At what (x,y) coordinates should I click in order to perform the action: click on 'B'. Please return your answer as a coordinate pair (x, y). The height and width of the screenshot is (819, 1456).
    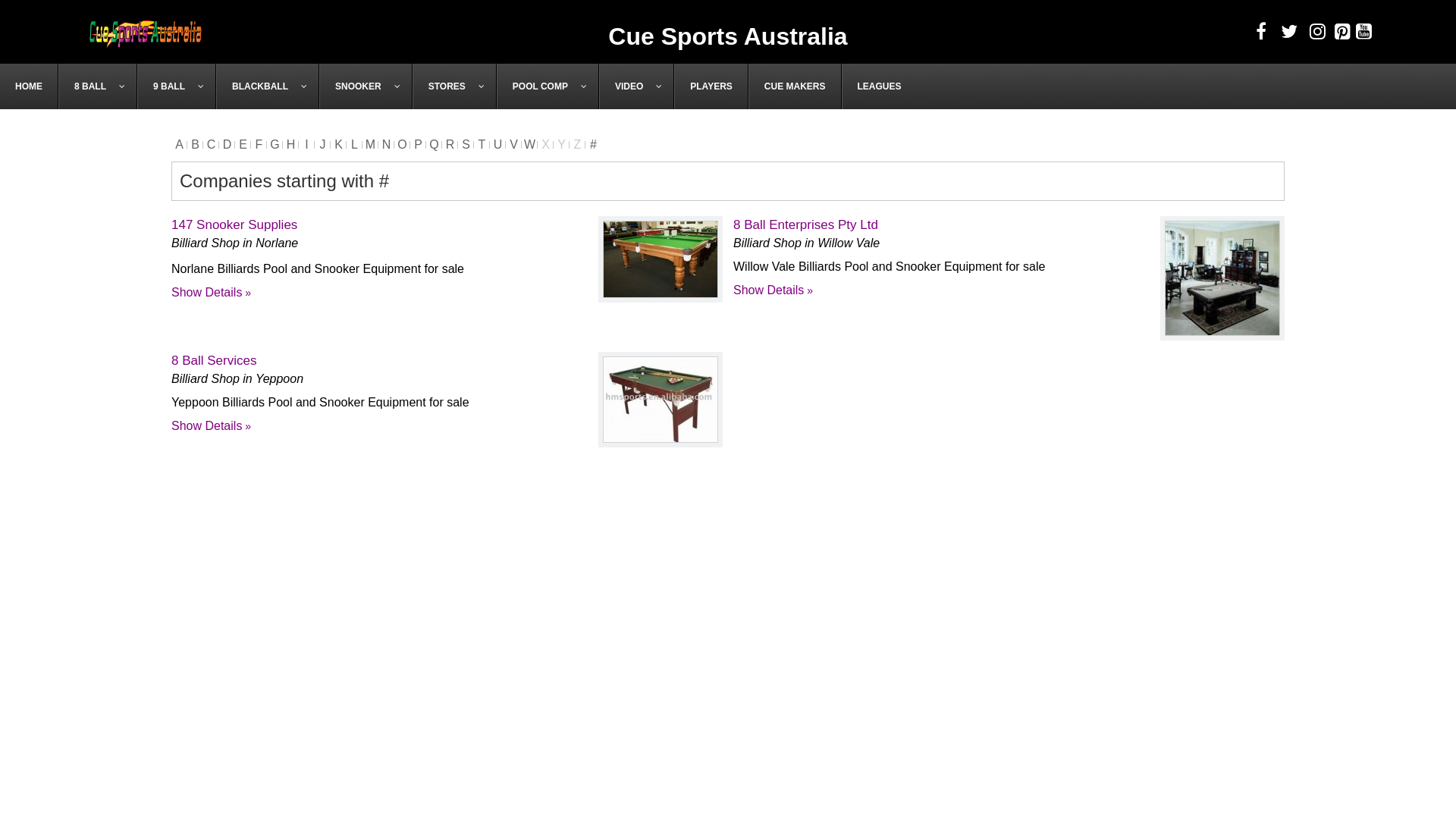
    Looking at the image, I should click on (194, 144).